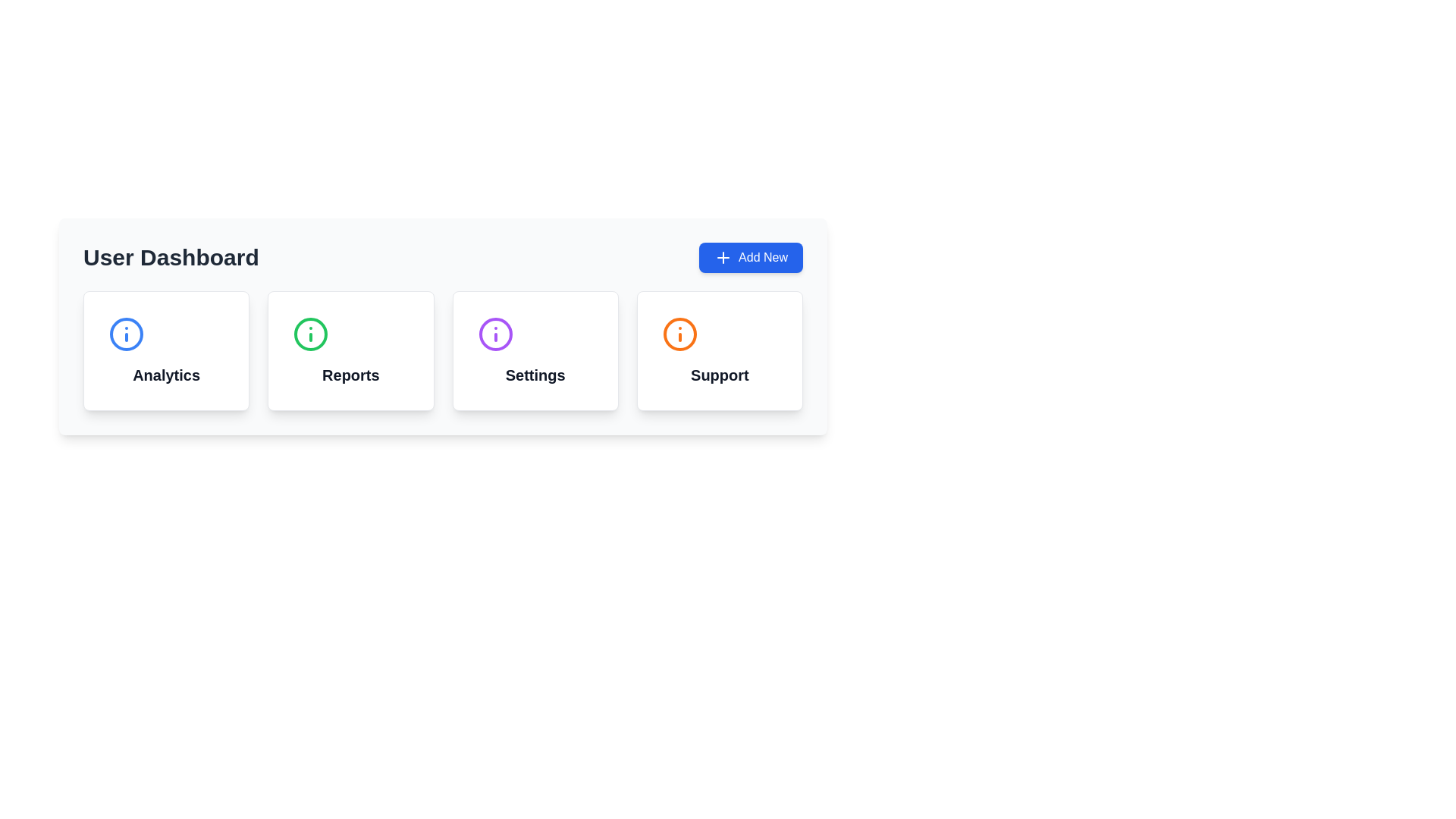 The height and width of the screenshot is (819, 1456). I want to click on the informational SVG icon related, so click(495, 333).